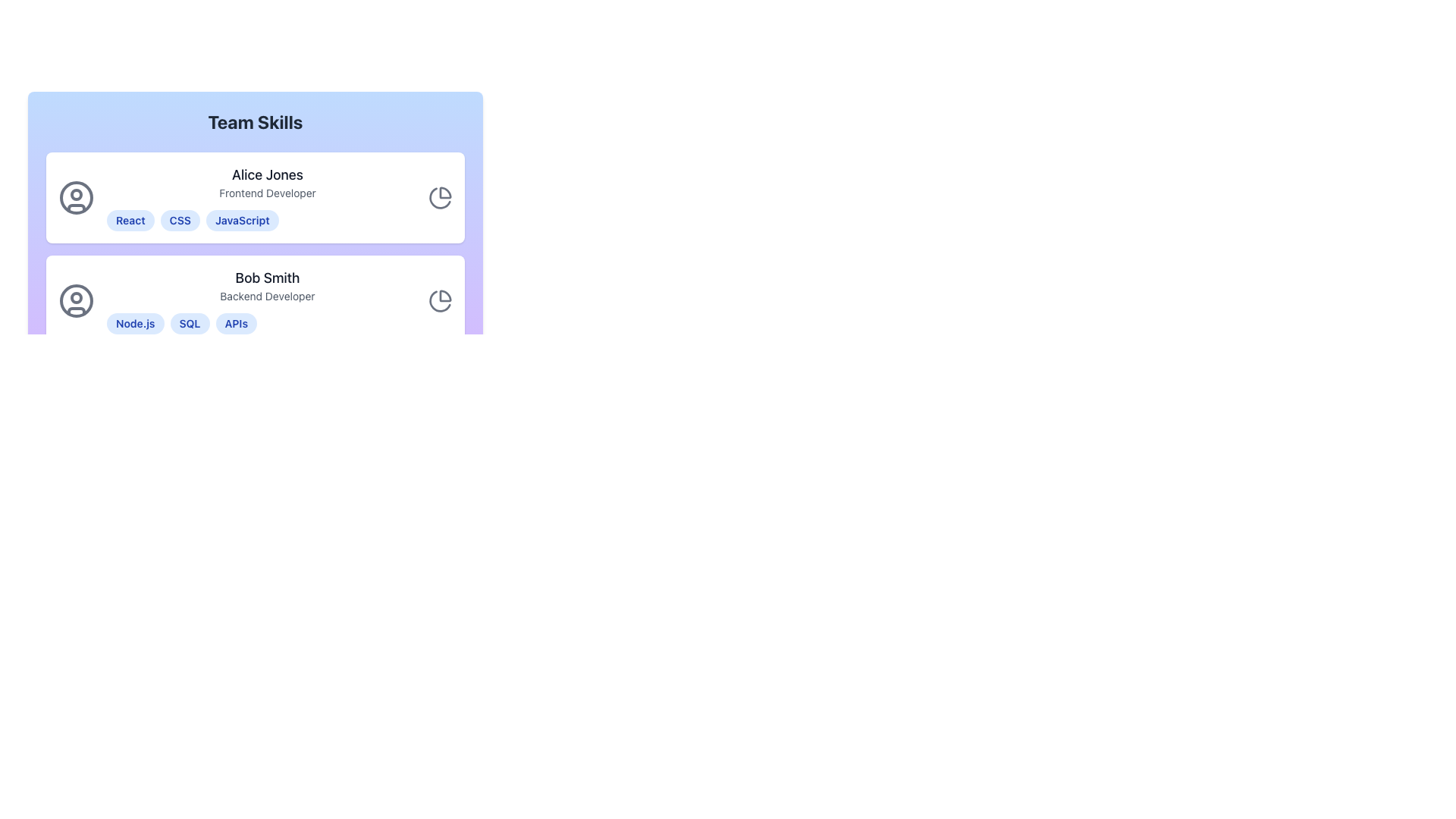 Image resolution: width=1456 pixels, height=819 pixels. I want to click on the user silhouette icon for 'Bob Smith', which is located to the left of the text describing him as a Backend Developer, so click(75, 301).